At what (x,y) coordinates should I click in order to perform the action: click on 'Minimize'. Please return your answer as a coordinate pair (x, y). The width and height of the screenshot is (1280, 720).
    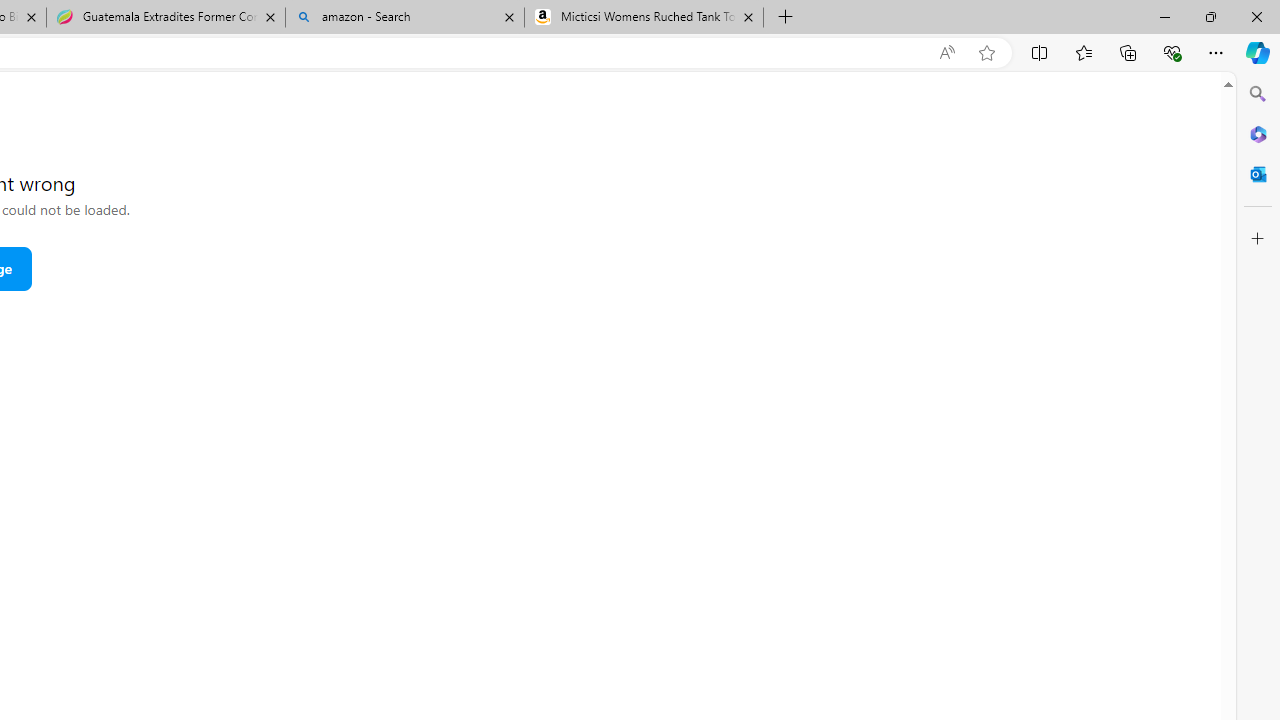
    Looking at the image, I should click on (1164, 16).